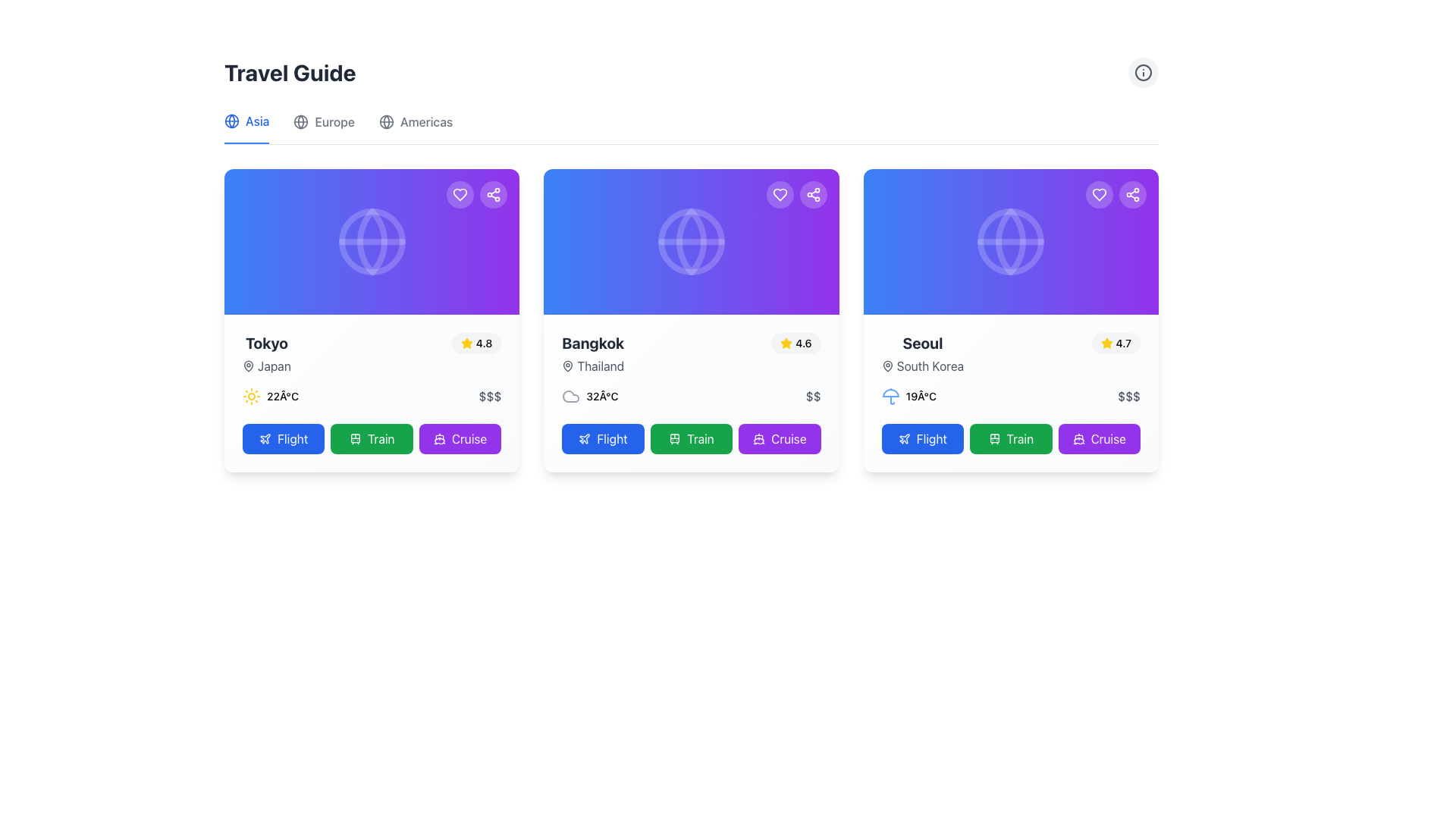 Image resolution: width=1456 pixels, height=819 pixels. I want to click on the circular share button located at the top-right corner of the 'Tokyo' card, so click(494, 194).